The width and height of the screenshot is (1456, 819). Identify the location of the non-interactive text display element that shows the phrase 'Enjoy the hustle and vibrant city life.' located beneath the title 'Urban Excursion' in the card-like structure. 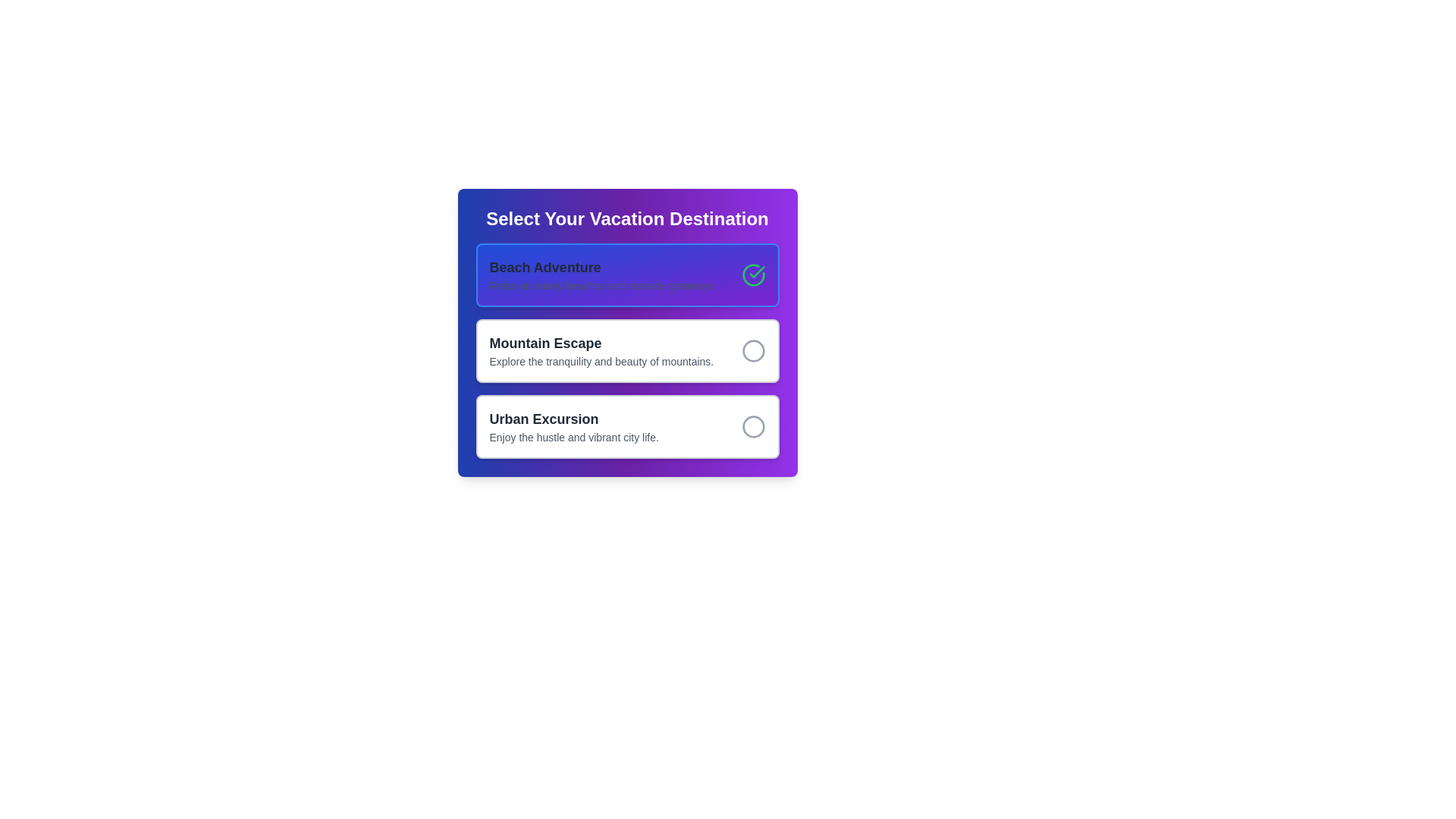
(573, 438).